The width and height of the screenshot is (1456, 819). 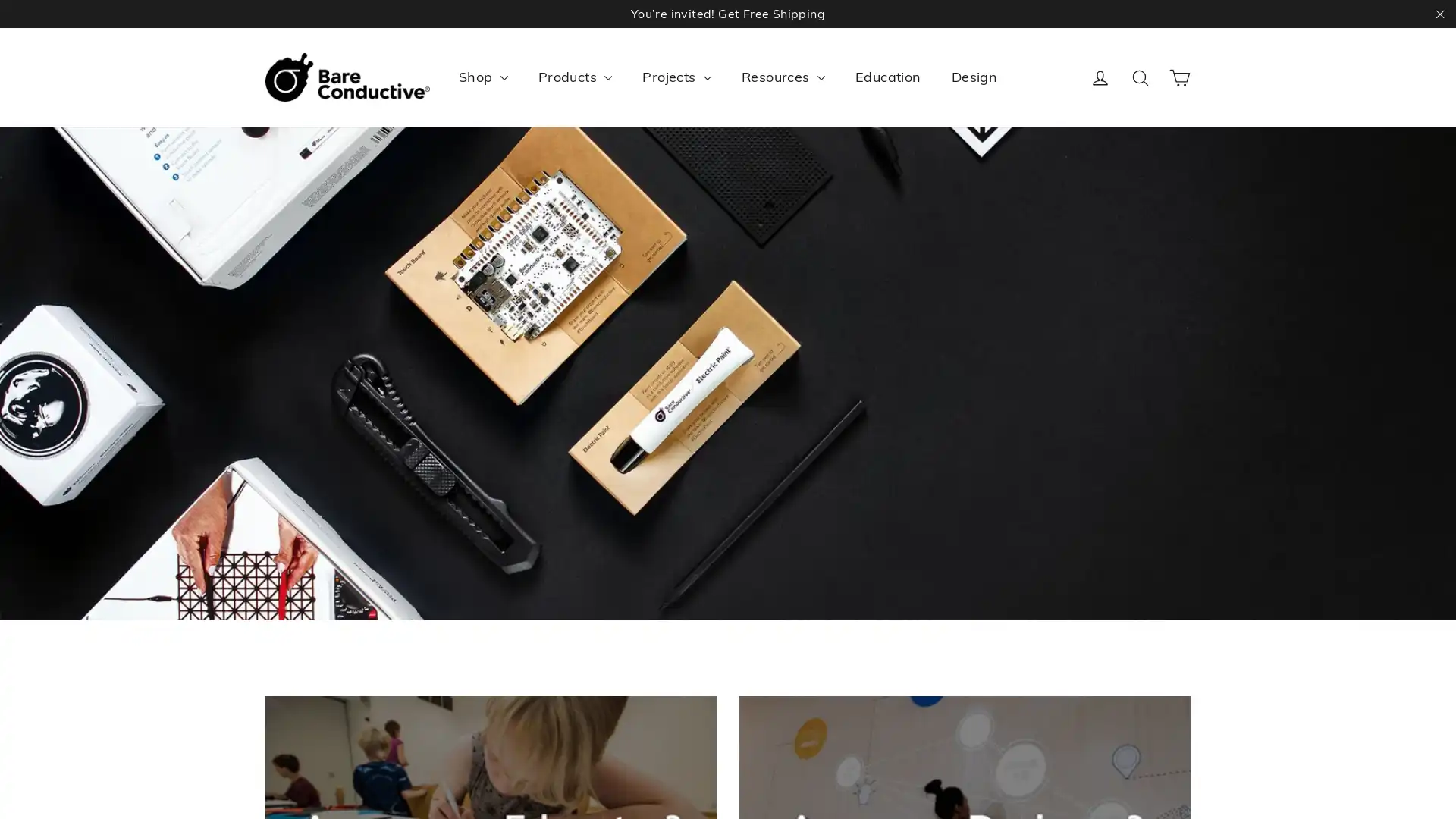 What do you see at coordinates (726, 481) in the screenshot?
I see `No thanks` at bounding box center [726, 481].